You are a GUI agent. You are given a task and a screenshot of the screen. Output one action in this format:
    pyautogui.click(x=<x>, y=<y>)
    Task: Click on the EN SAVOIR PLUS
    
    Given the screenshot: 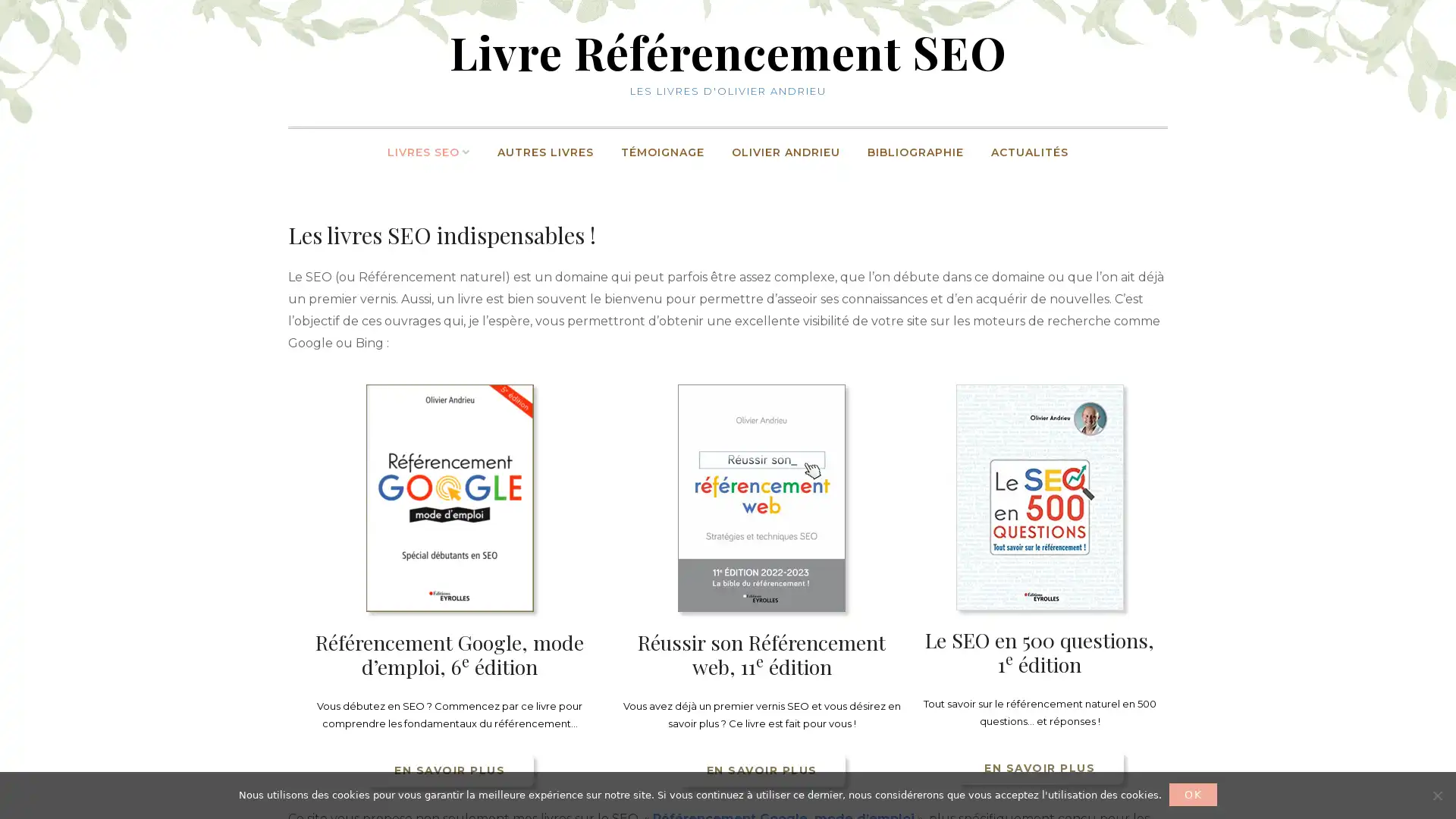 What is the action you would take?
    pyautogui.click(x=448, y=769)
    